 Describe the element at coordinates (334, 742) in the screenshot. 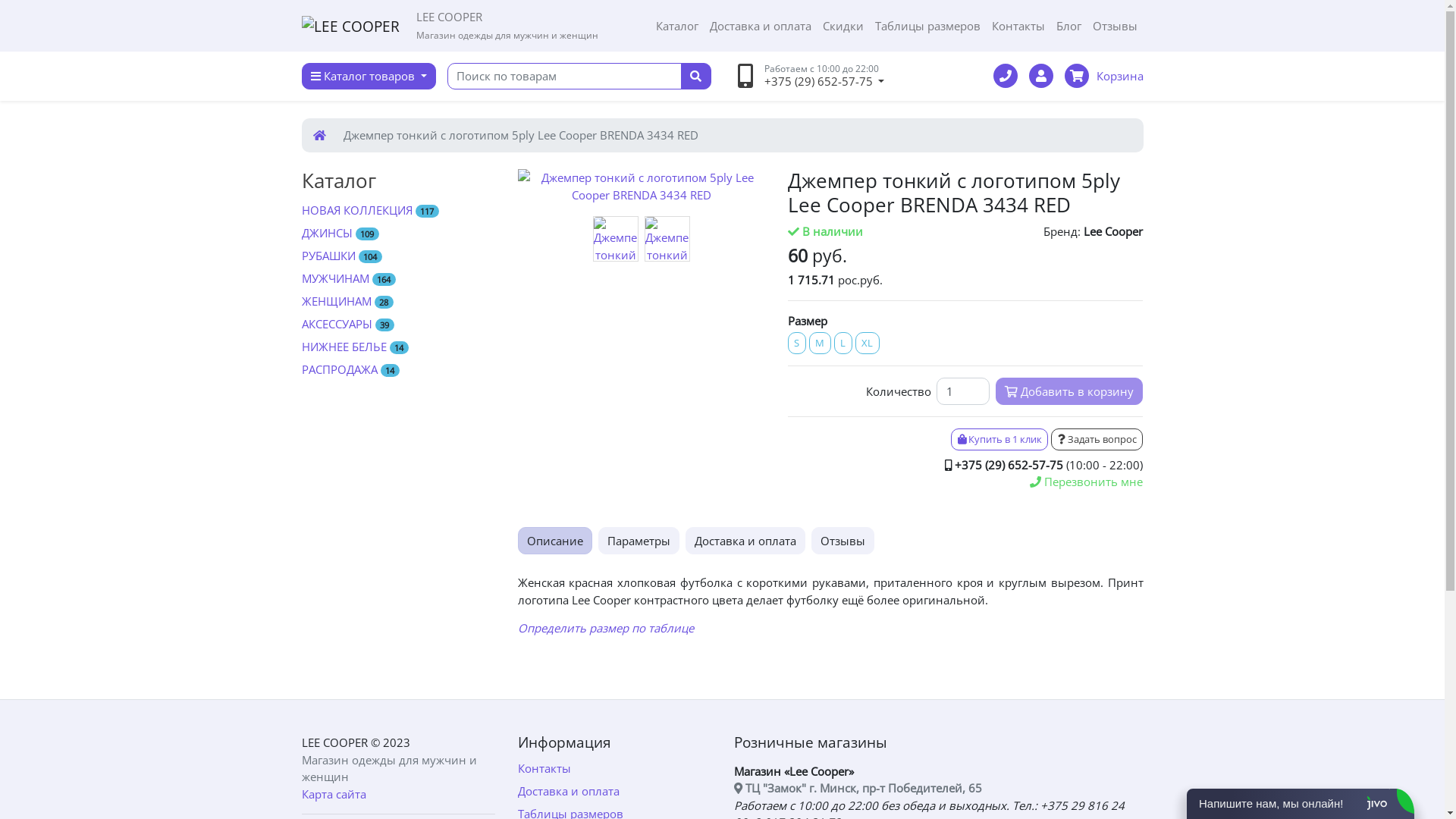

I see `'LEE COOPER'` at that location.